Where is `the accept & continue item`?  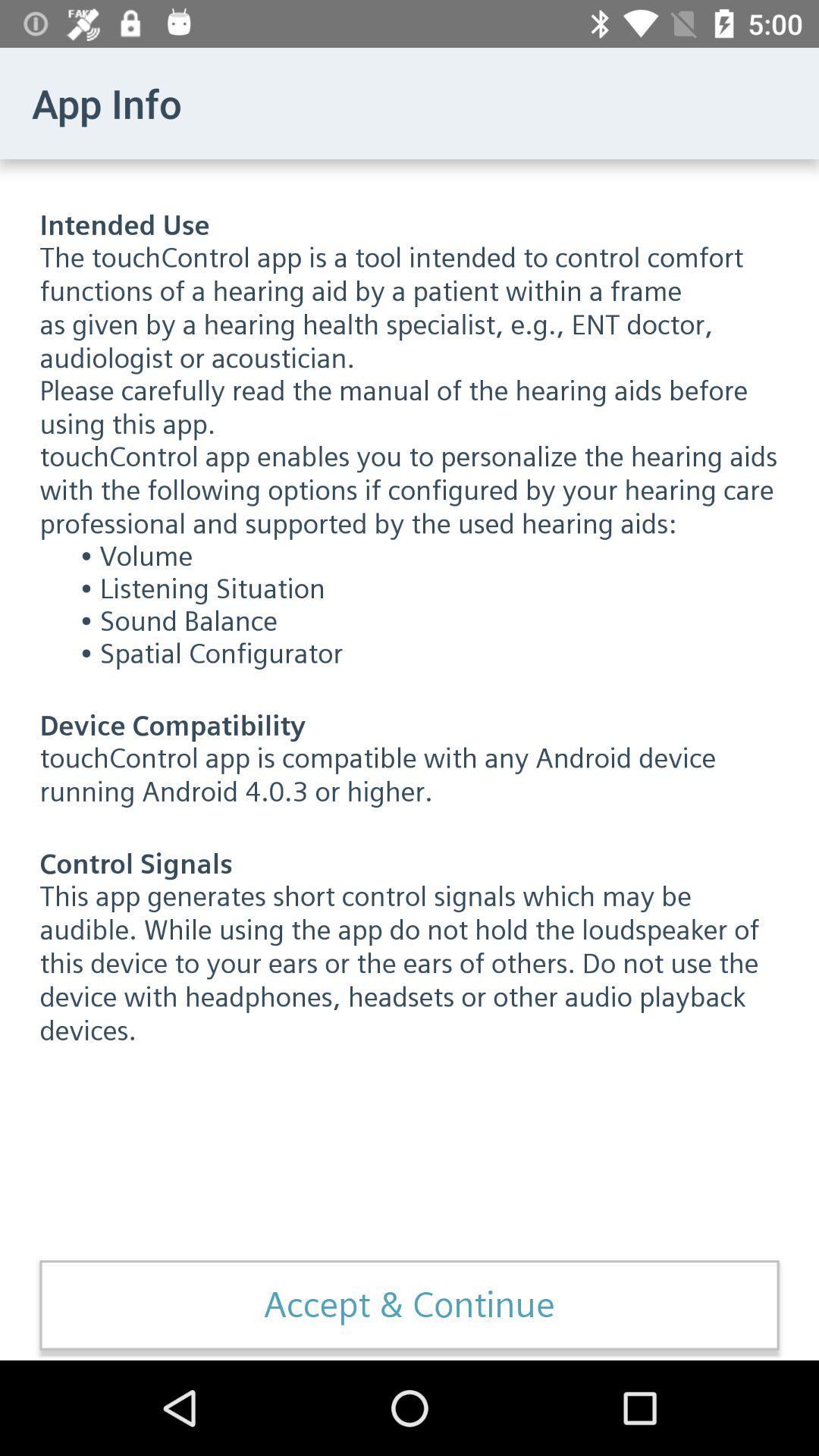 the accept & continue item is located at coordinates (409, 1304).